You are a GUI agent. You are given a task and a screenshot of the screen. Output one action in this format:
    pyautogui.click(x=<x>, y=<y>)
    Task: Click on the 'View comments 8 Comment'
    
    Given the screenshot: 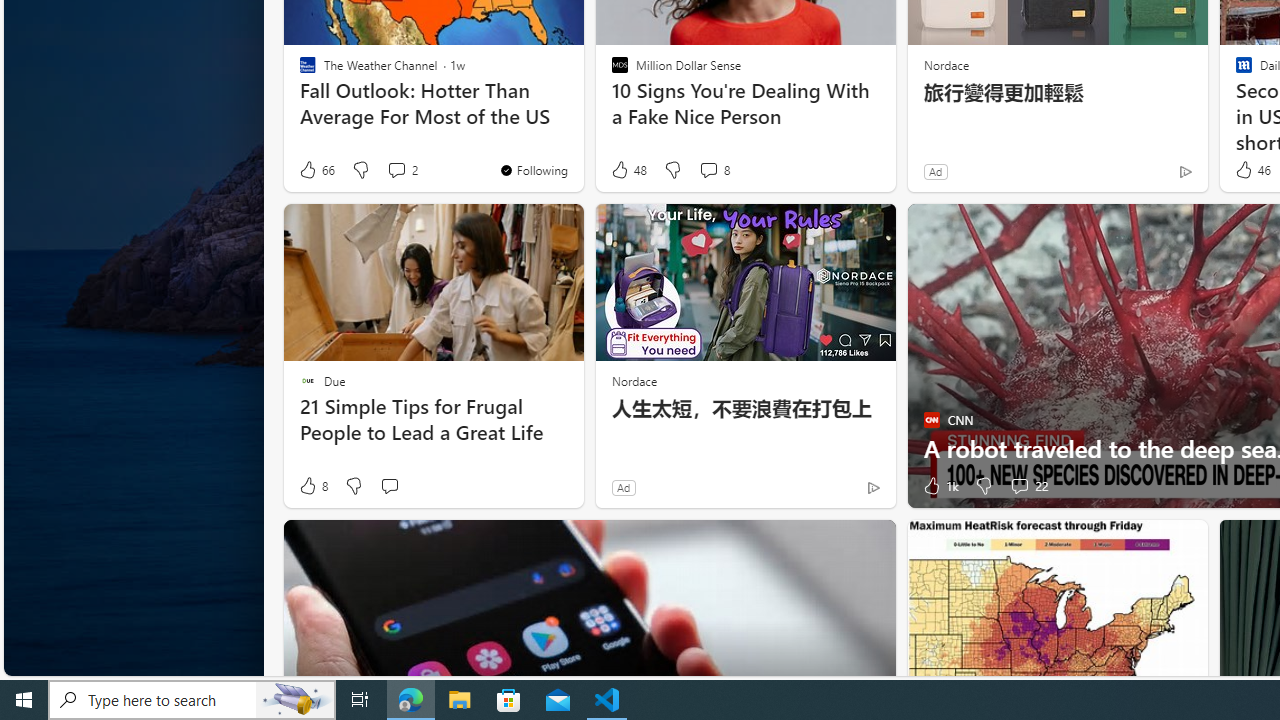 What is the action you would take?
    pyautogui.click(x=714, y=169)
    